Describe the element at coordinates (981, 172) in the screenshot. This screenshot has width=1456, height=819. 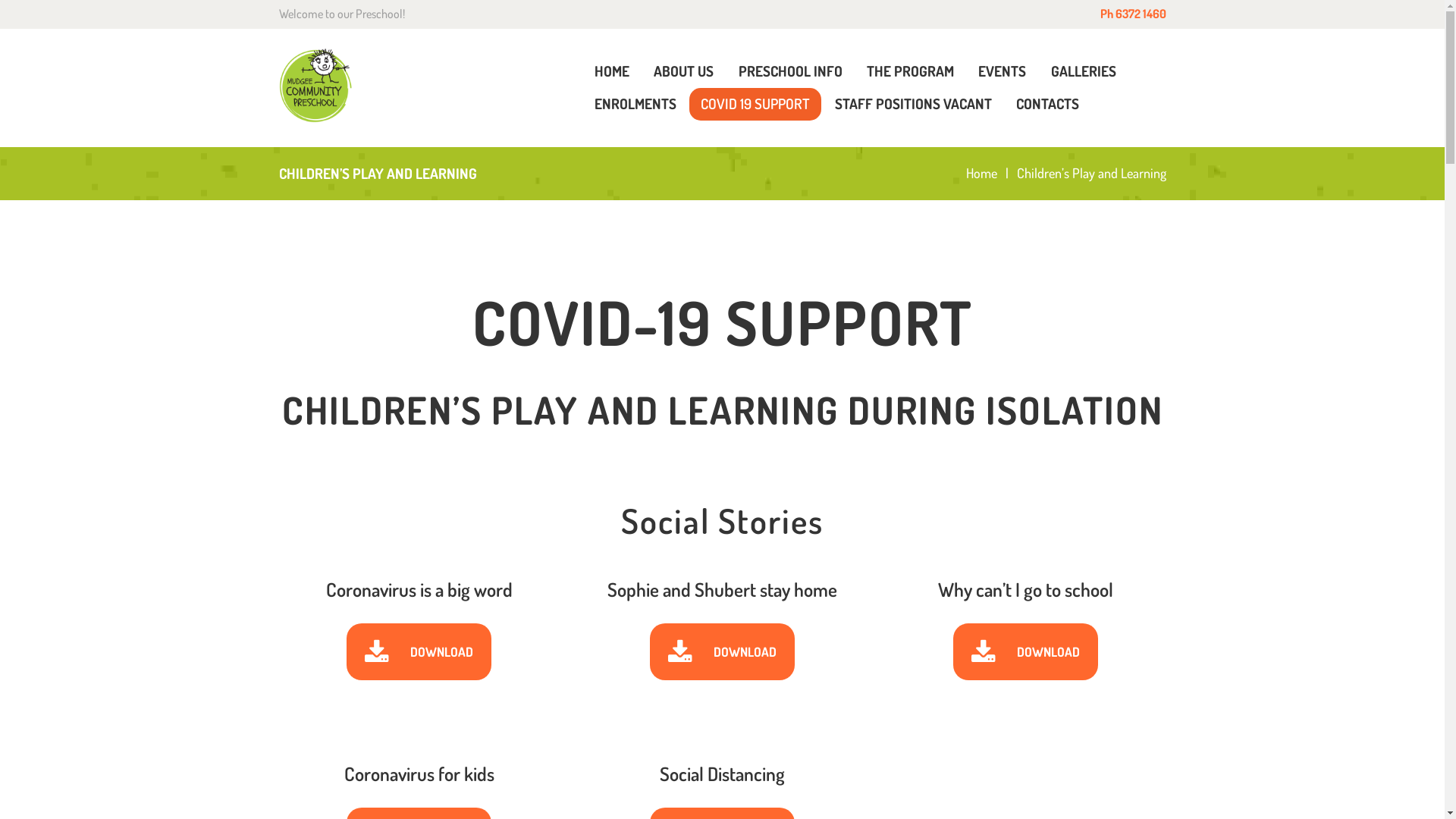
I see `'Home'` at that location.